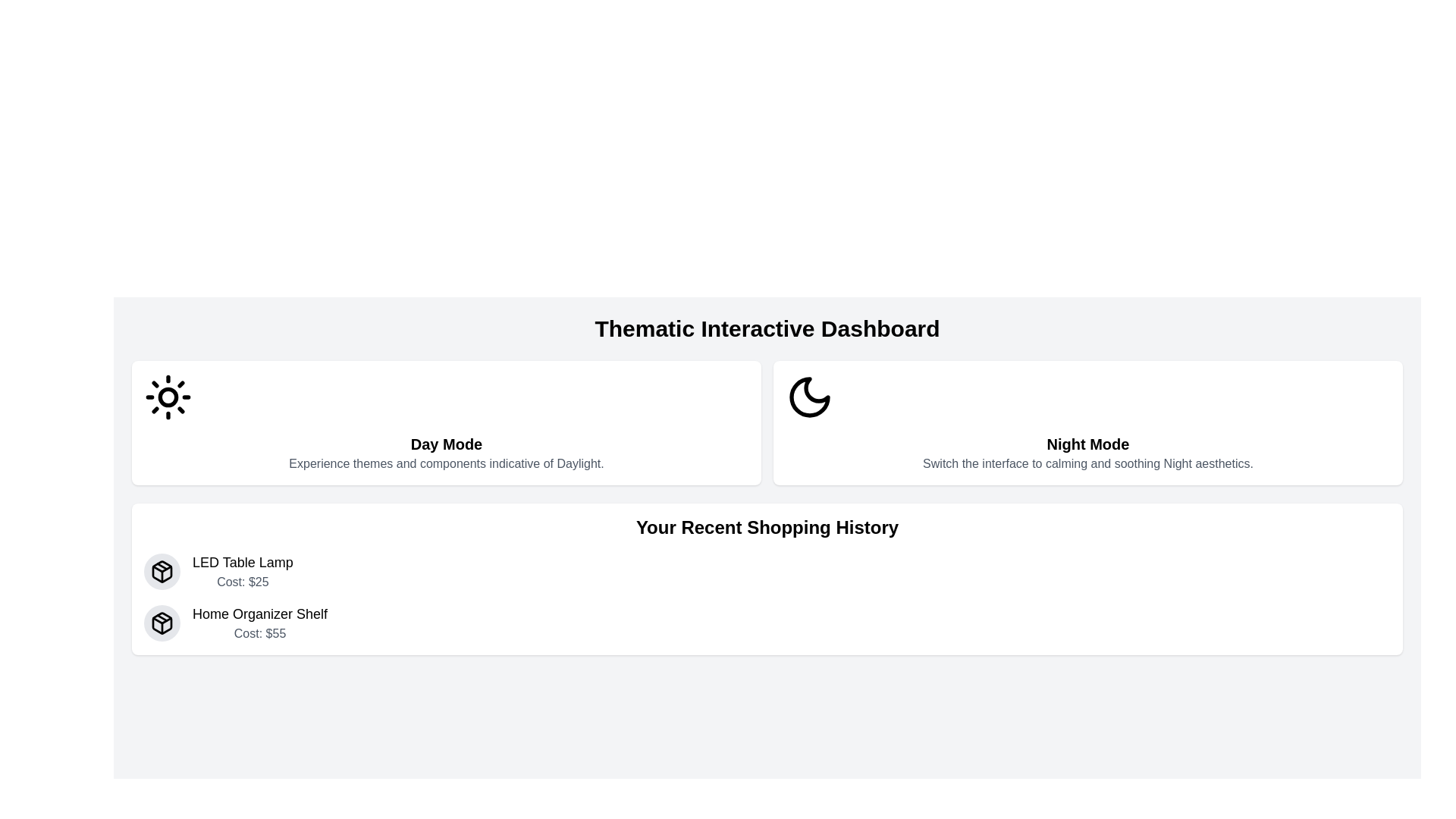  What do you see at coordinates (162, 623) in the screenshot?
I see `the icon representing 'Home Organizer Shelf' located under the 'Your Recent Shopping History' heading, specifically on the left side of the text` at bounding box center [162, 623].